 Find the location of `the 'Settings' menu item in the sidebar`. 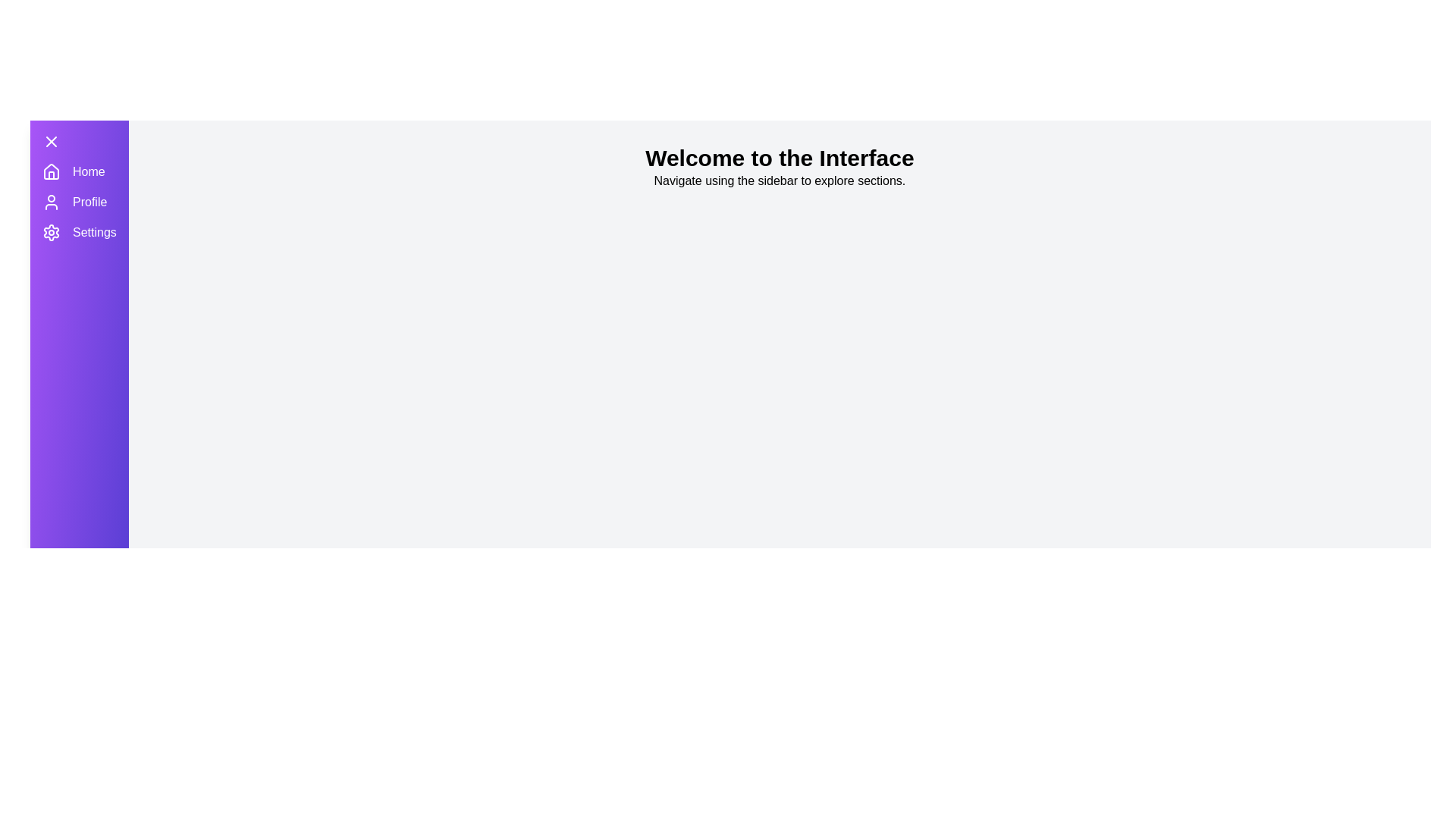

the 'Settings' menu item in the sidebar is located at coordinates (93, 233).